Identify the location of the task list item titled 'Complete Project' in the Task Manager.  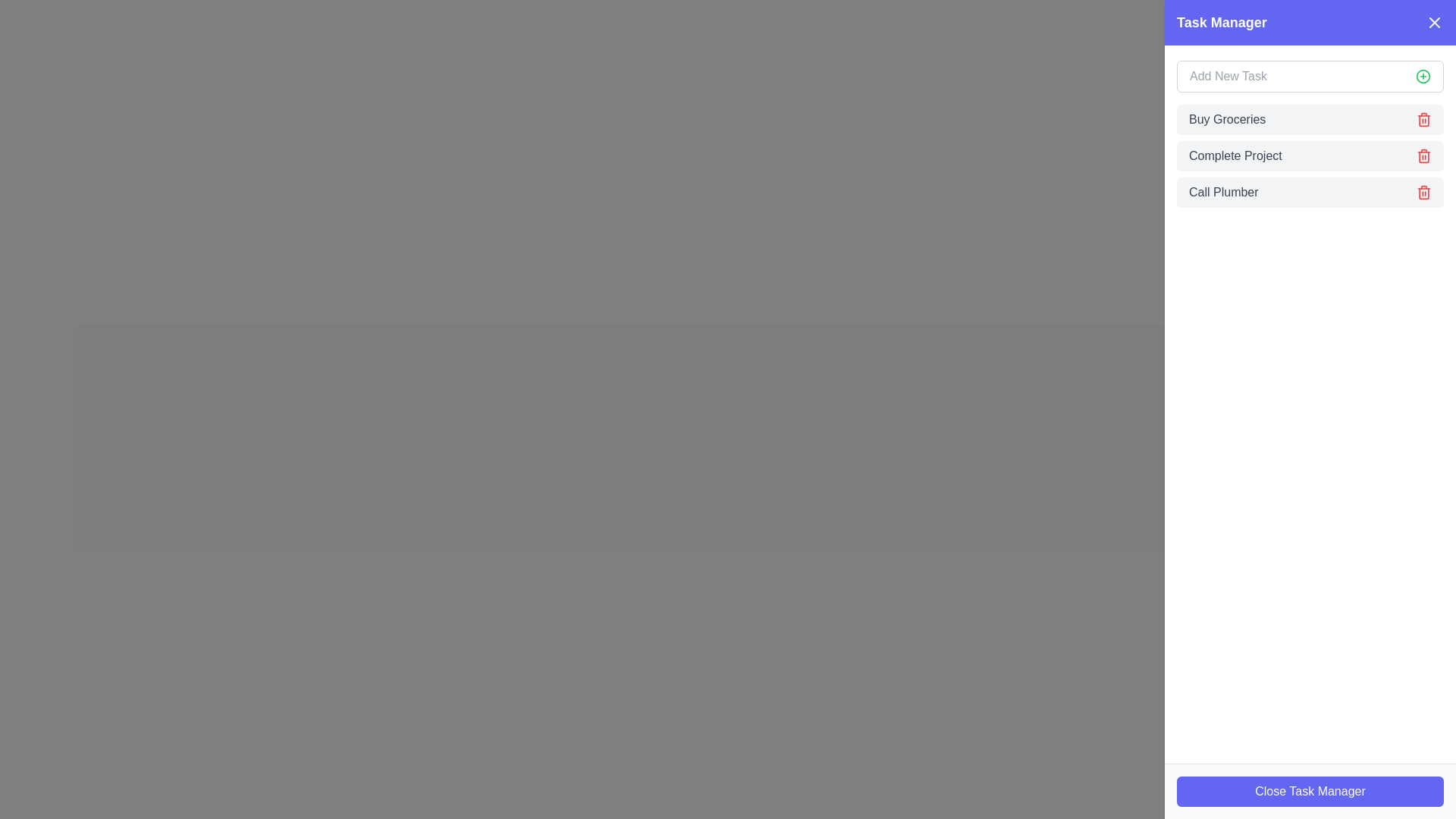
(1310, 155).